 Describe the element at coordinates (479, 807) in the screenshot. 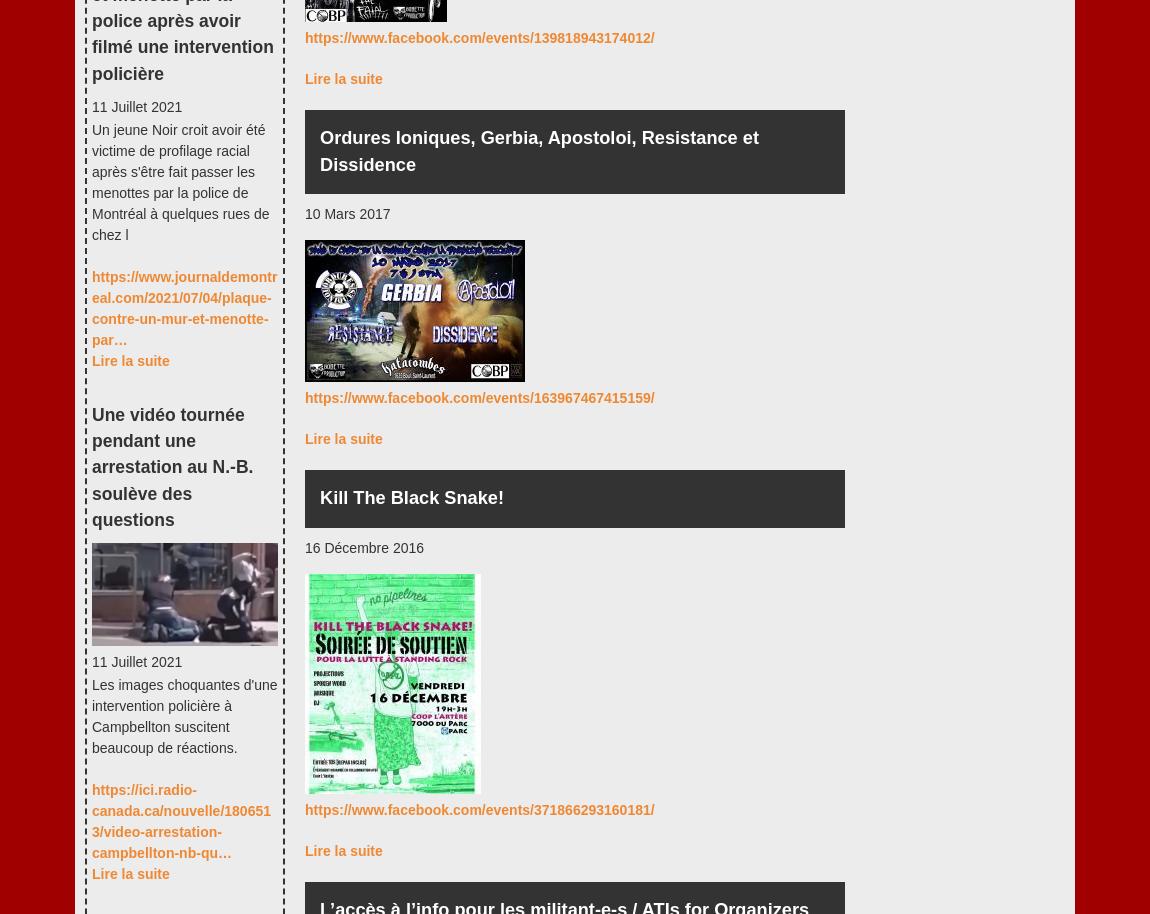

I see `'https://www.facebook.com/events/371866293160181/'` at that location.